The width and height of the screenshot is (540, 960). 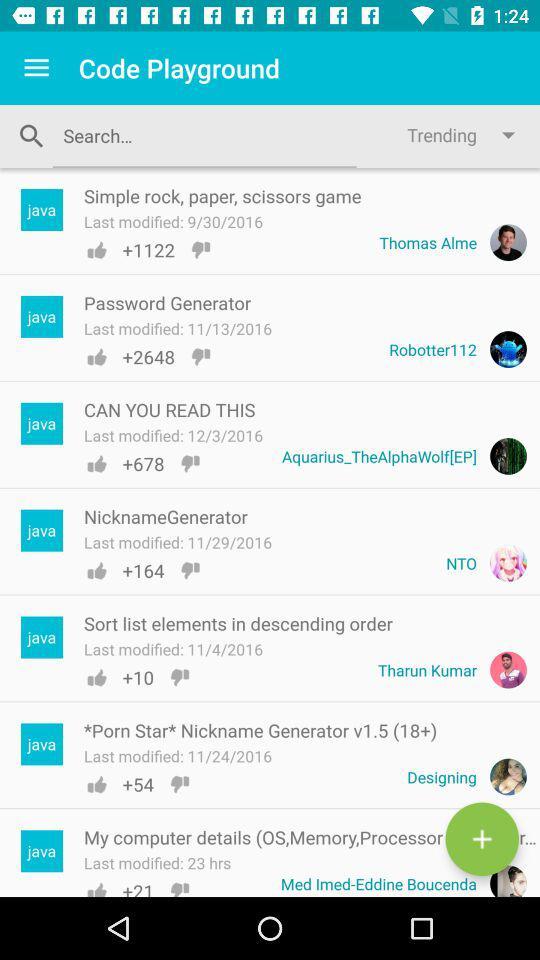 What do you see at coordinates (481, 839) in the screenshot?
I see `see computer details` at bounding box center [481, 839].